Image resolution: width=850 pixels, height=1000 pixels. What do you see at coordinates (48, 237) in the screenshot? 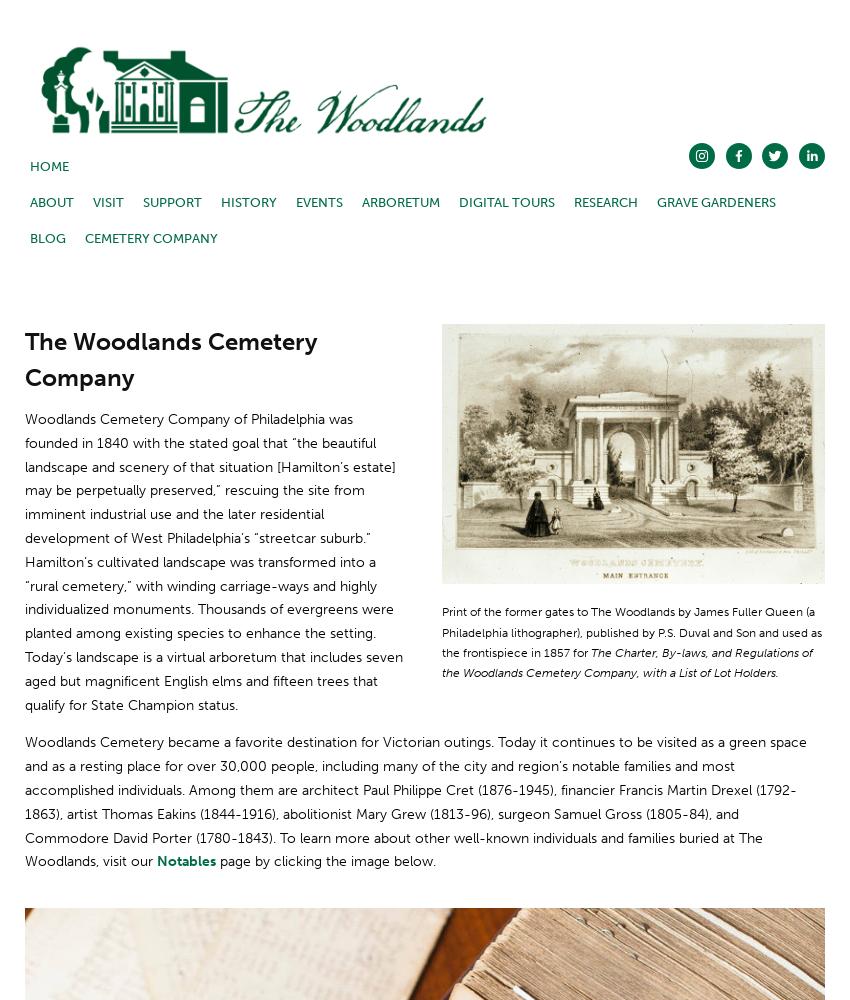
I see `'Blog'` at bounding box center [48, 237].